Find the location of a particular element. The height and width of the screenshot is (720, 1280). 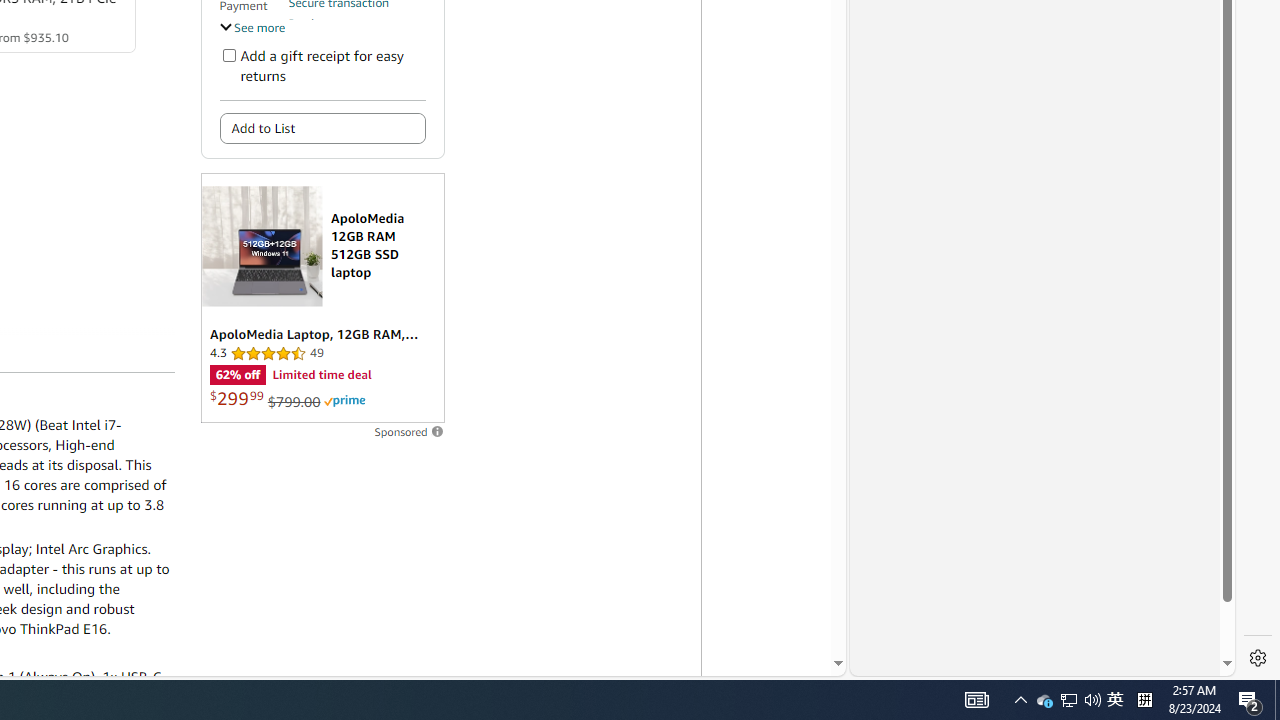

'See more' is located at coordinates (251, 27).